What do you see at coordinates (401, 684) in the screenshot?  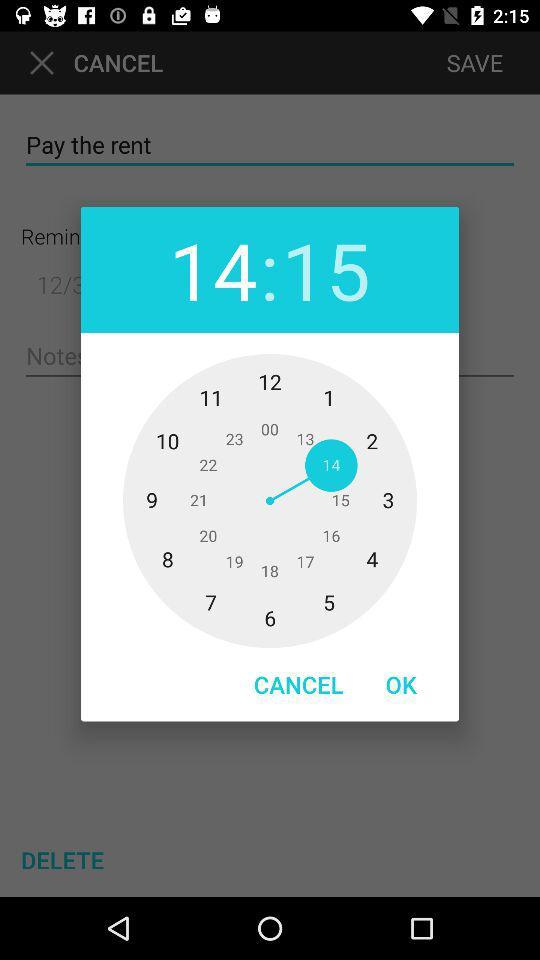 I see `item to the right of cancel item` at bounding box center [401, 684].